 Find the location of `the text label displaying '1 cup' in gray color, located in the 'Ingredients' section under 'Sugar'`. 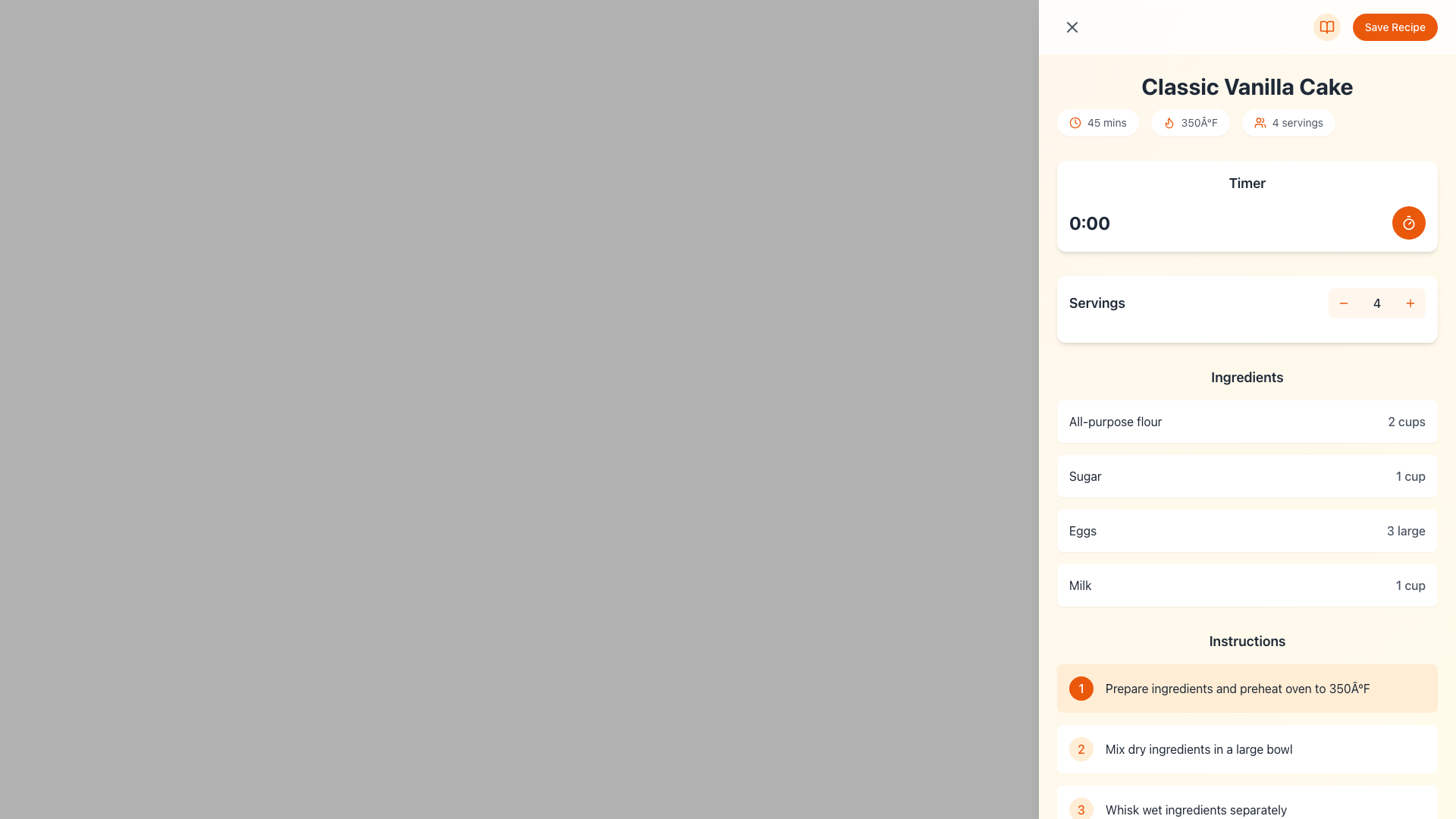

the text label displaying '1 cup' in gray color, located in the 'Ingredients' section under 'Sugar' is located at coordinates (1410, 475).